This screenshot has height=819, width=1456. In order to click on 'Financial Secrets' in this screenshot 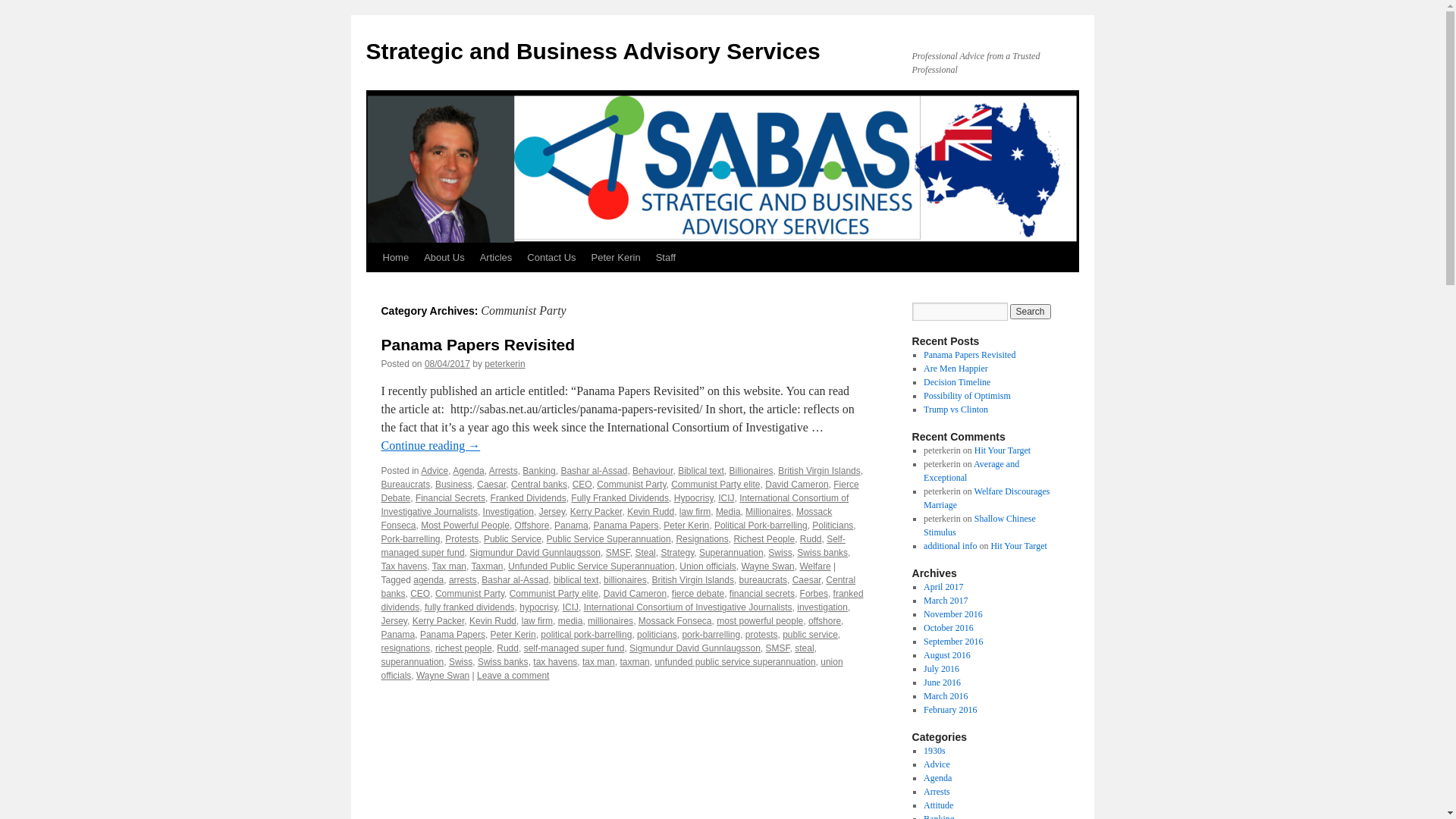, I will do `click(450, 497)`.